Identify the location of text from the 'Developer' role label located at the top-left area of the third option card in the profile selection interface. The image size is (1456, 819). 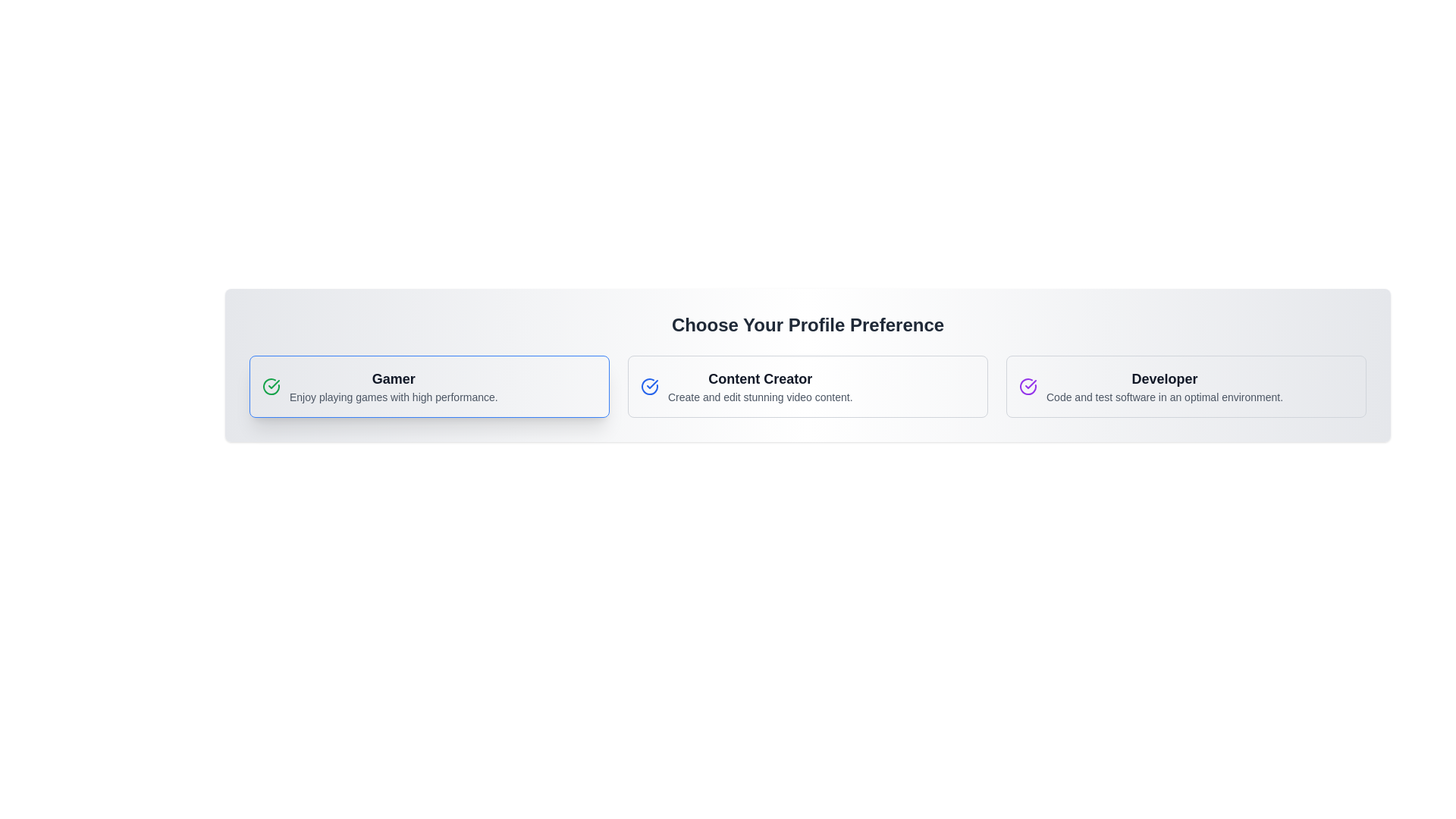
(1164, 378).